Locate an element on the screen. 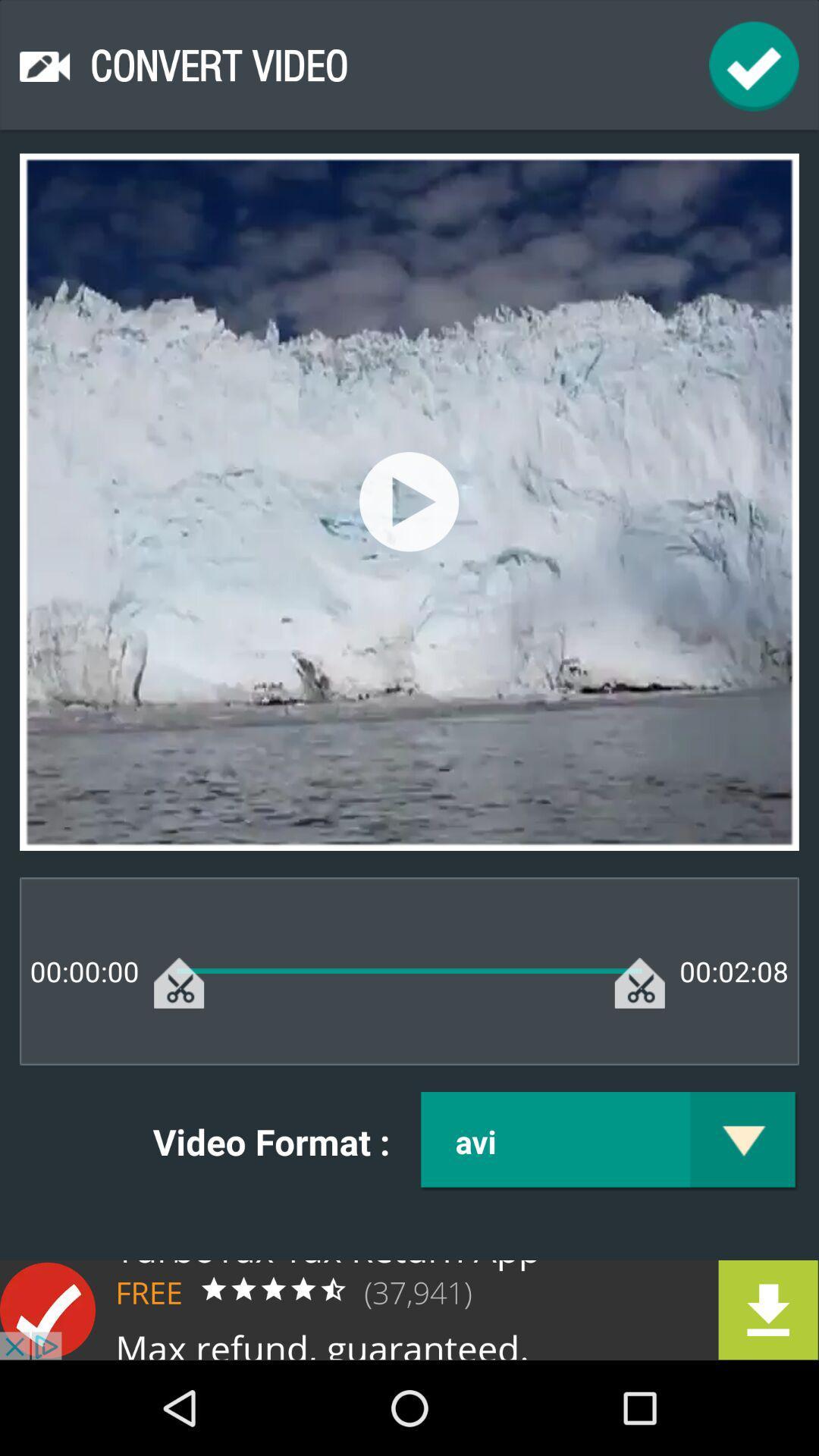  start video is located at coordinates (408, 501).